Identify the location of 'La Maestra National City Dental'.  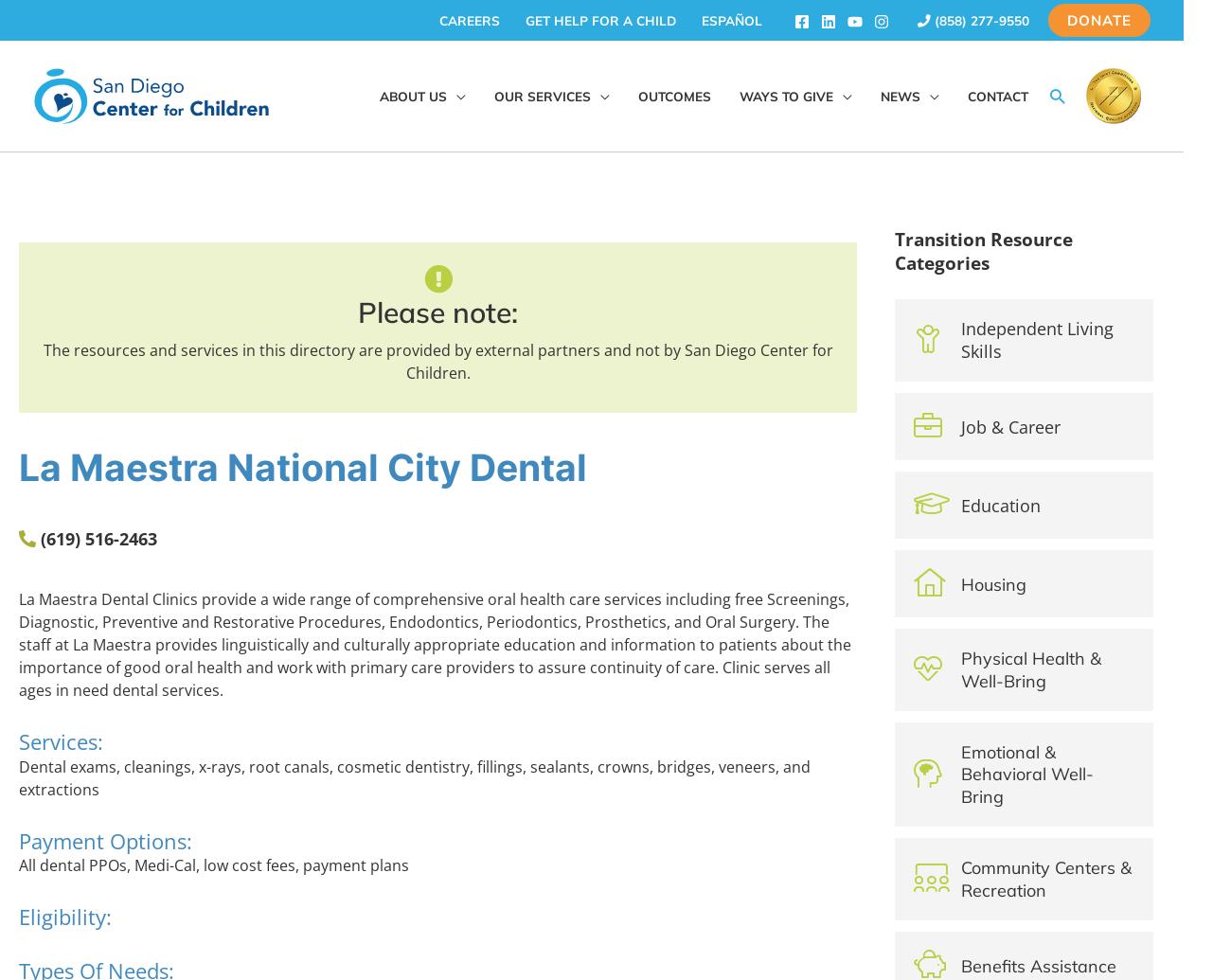
(303, 467).